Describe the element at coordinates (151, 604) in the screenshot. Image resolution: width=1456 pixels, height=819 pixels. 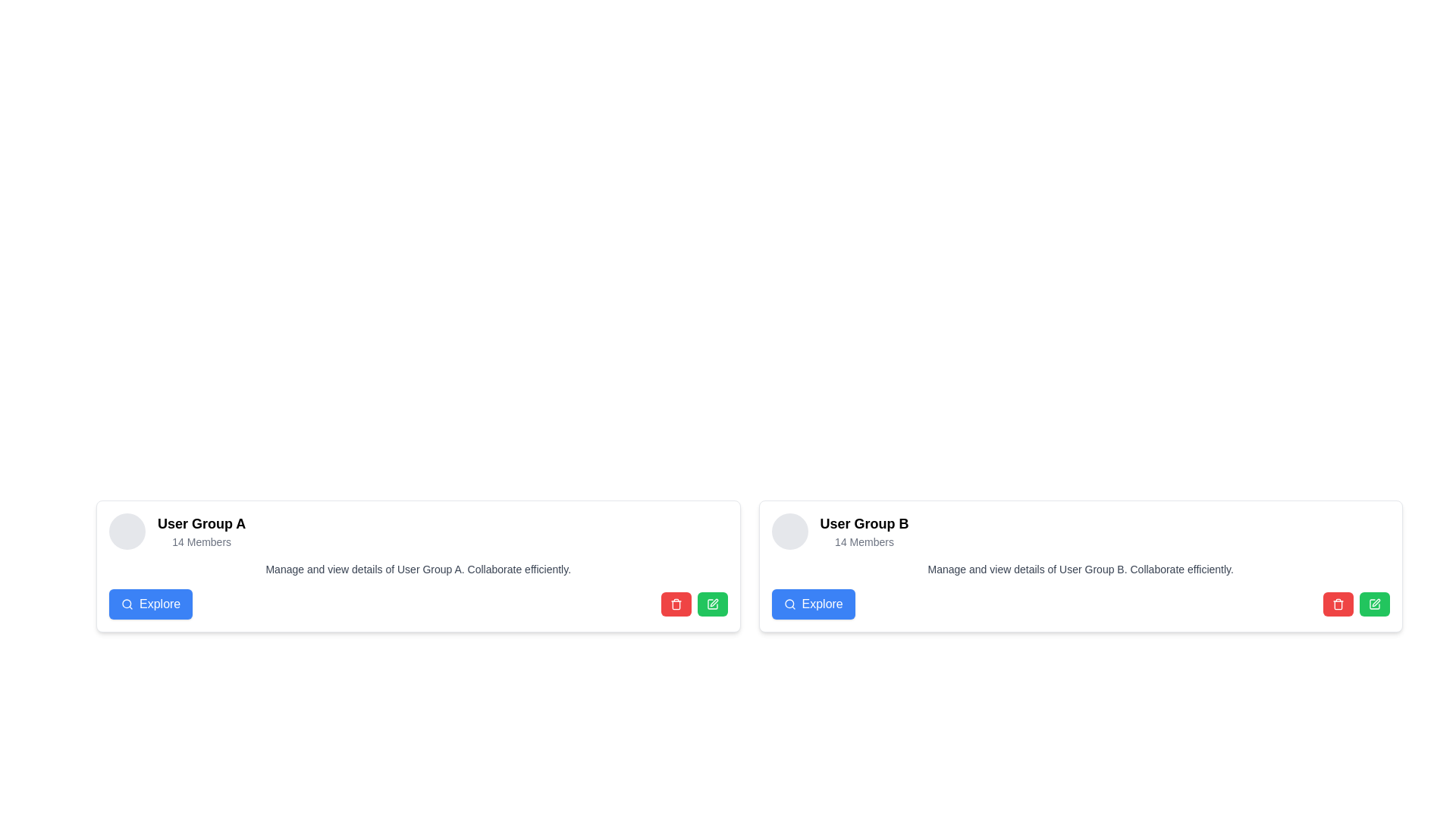
I see `the button located in the lower left area of the card representing 'User Group A'` at that location.